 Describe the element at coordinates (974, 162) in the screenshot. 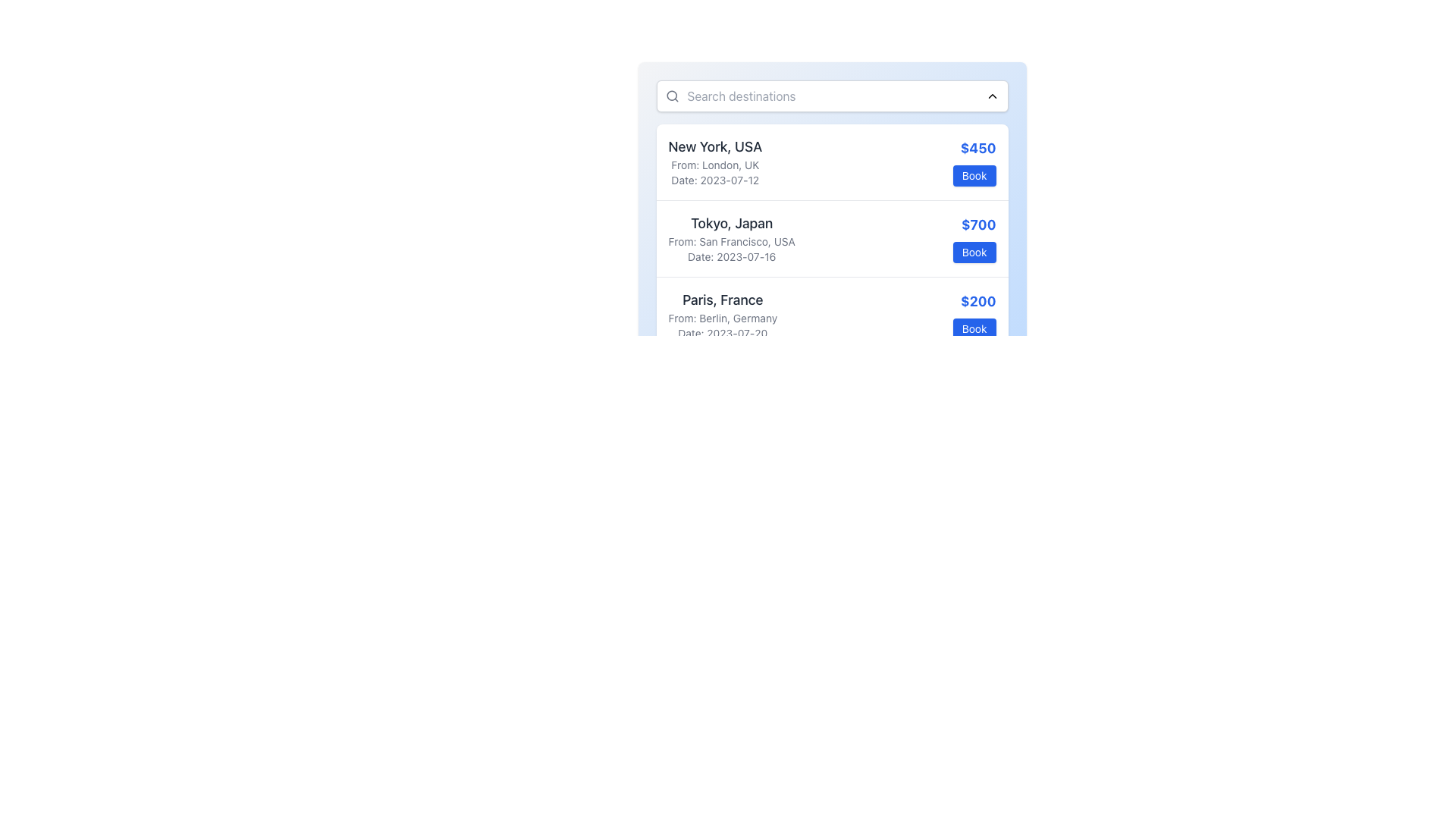

I see `the bold blue price label "$450" in the top right portion of the travel offers list` at that location.